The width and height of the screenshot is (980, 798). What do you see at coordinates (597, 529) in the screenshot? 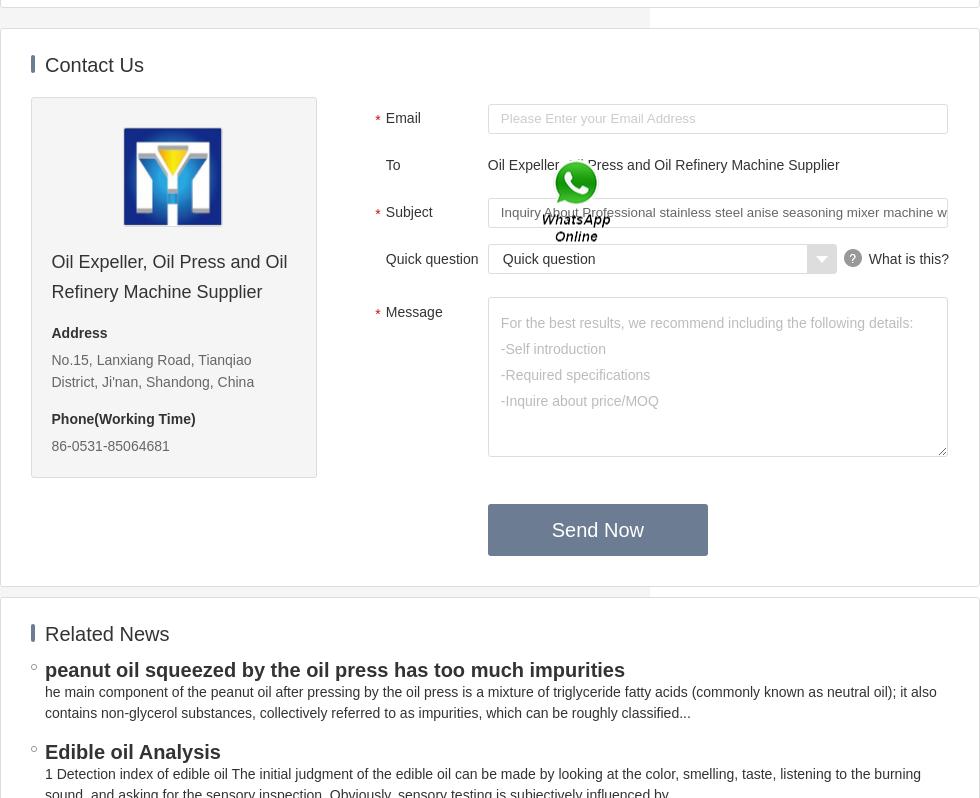
I see `'Send Now'` at bounding box center [597, 529].